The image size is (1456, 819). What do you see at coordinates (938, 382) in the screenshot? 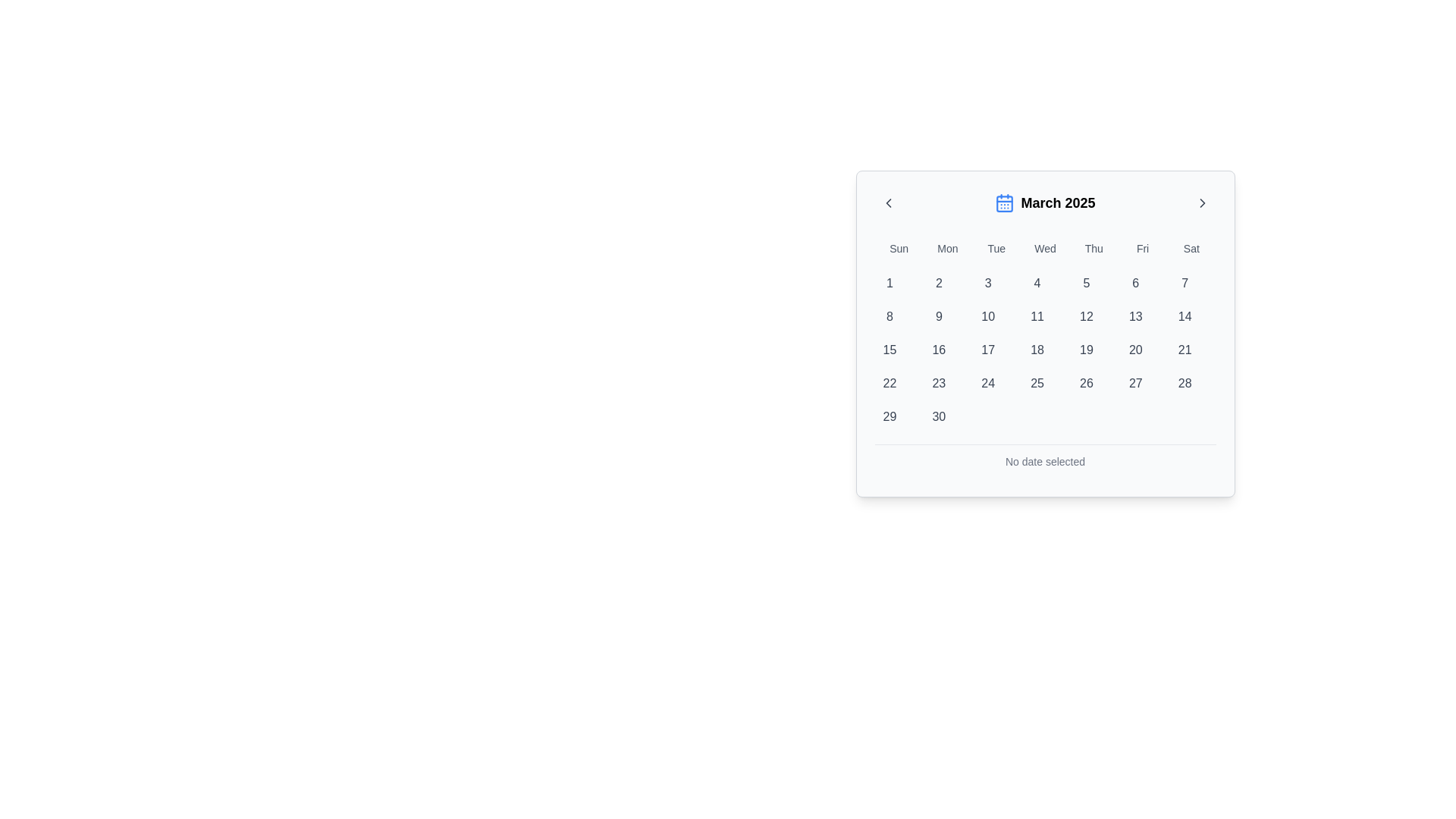
I see `the selectable day button for '23rd March 2025' in the calendar interface` at bounding box center [938, 382].